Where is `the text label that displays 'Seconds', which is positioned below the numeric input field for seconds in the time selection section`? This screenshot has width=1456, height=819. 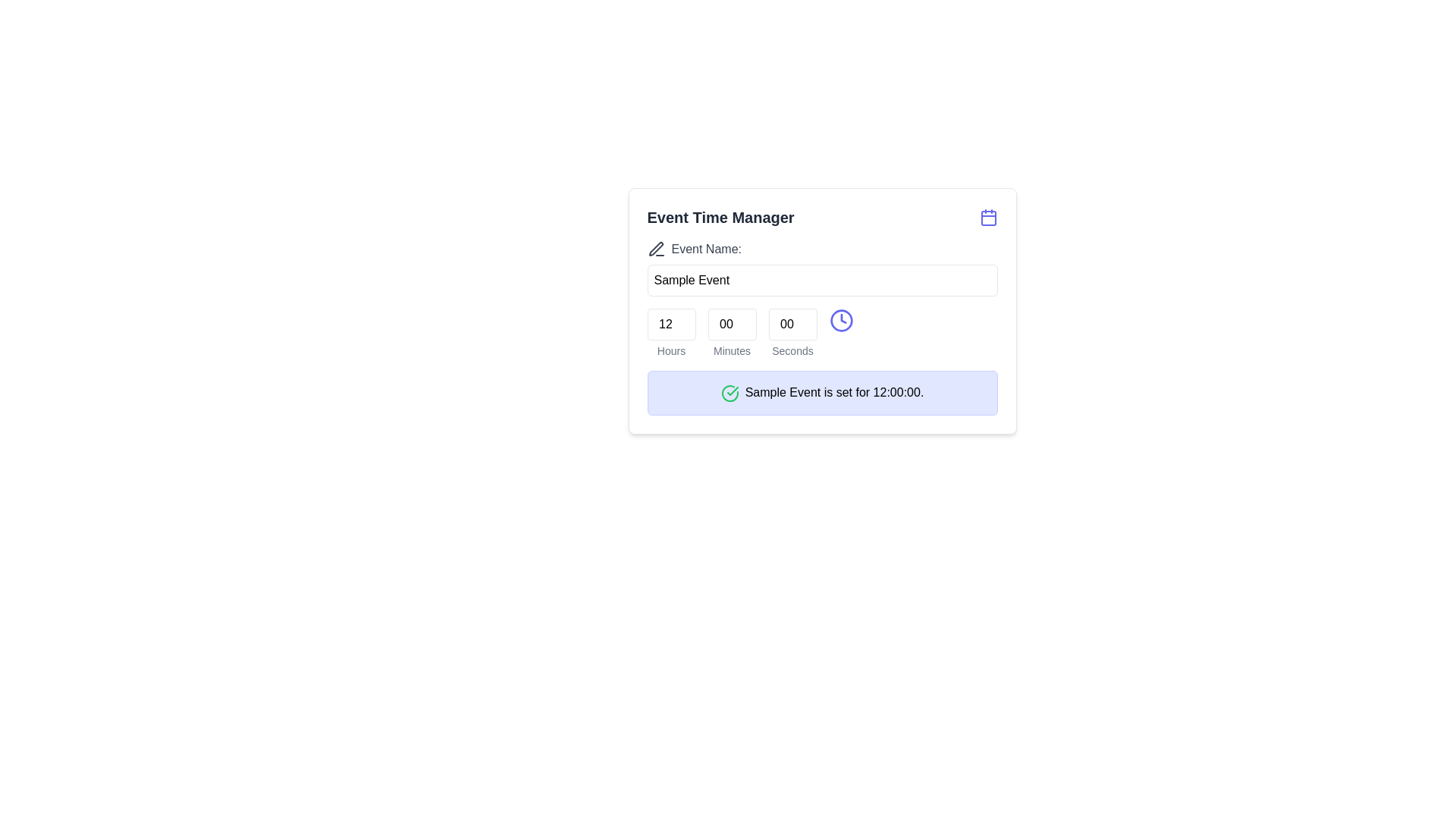 the text label that displays 'Seconds', which is positioned below the numeric input field for seconds in the time selection section is located at coordinates (792, 350).